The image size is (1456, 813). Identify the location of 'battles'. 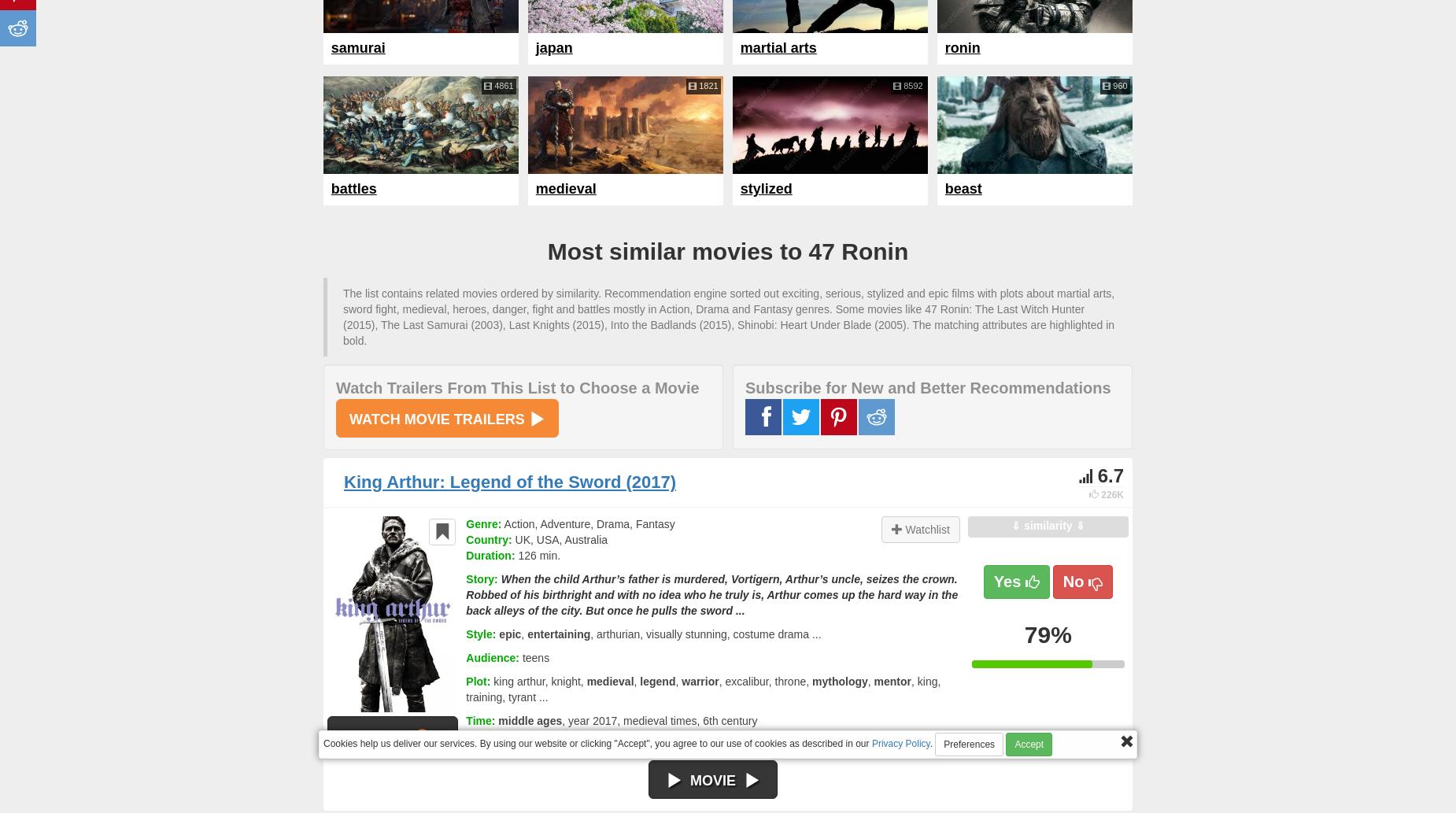
(329, 187).